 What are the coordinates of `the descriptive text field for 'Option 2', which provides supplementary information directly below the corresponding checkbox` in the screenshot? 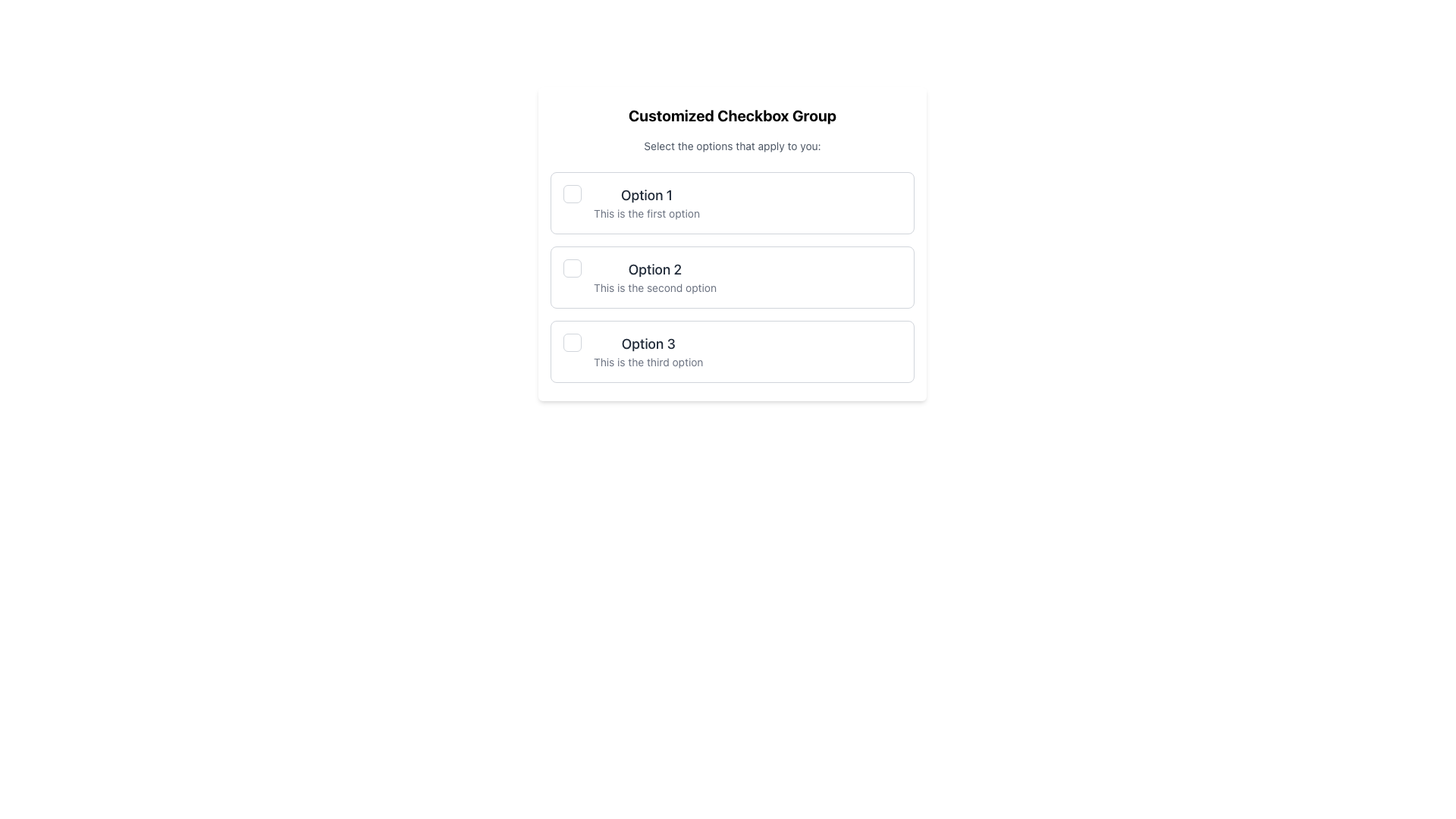 It's located at (655, 288).